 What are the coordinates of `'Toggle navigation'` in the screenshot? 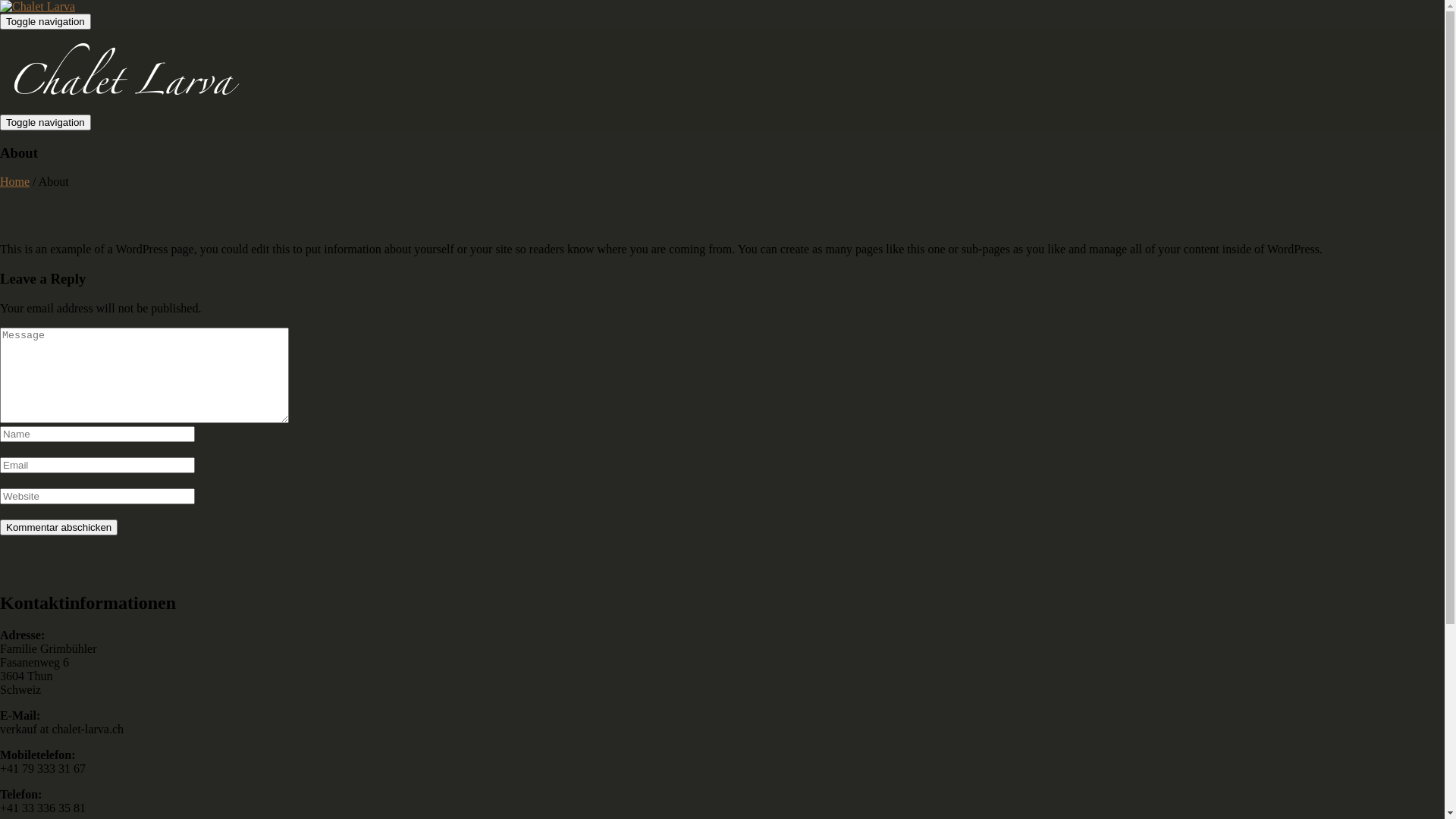 It's located at (45, 21).